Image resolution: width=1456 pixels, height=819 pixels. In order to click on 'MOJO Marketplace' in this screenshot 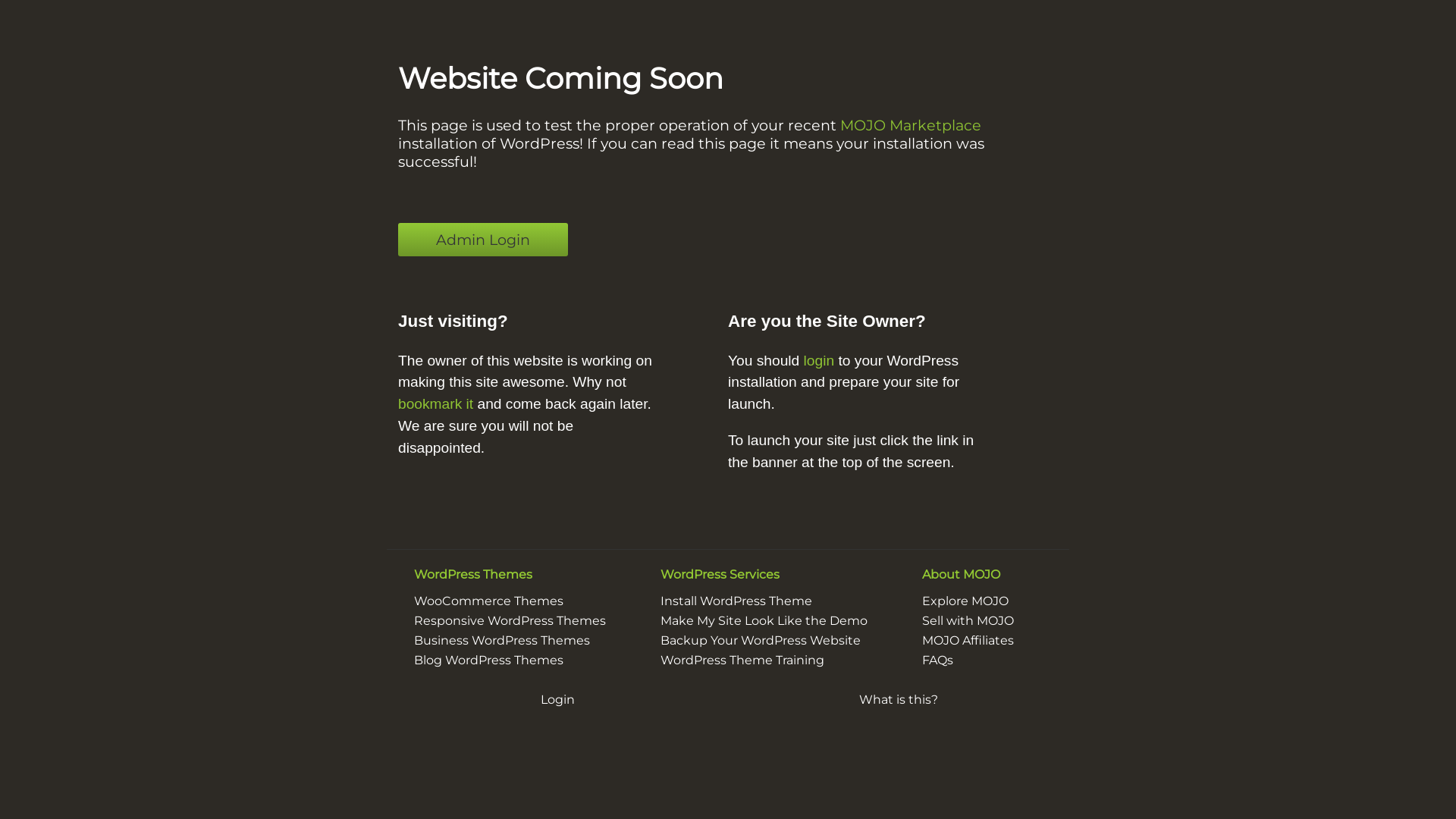, I will do `click(910, 124)`.